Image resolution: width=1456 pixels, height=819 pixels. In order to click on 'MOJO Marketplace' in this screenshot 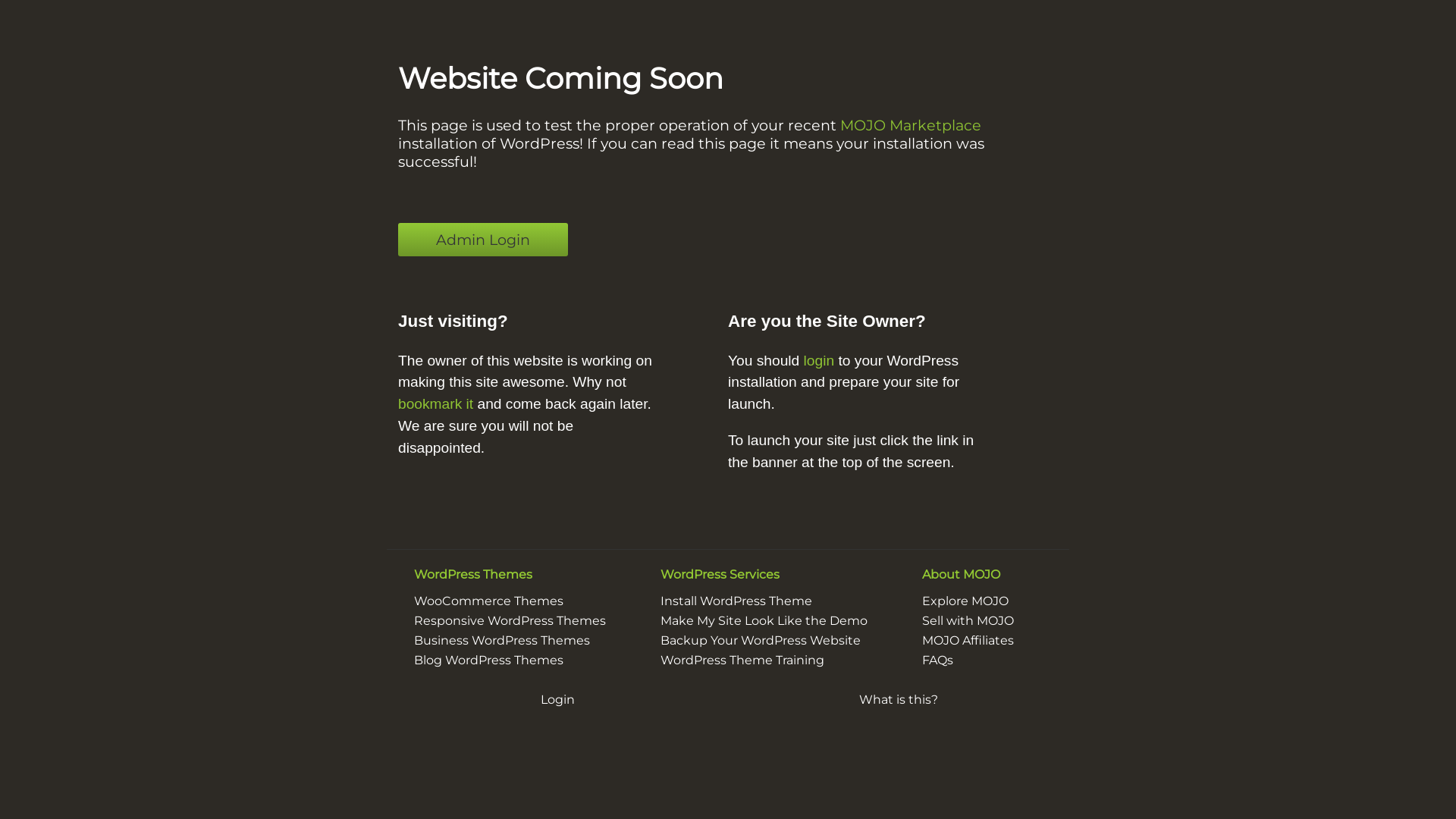, I will do `click(910, 124)`.